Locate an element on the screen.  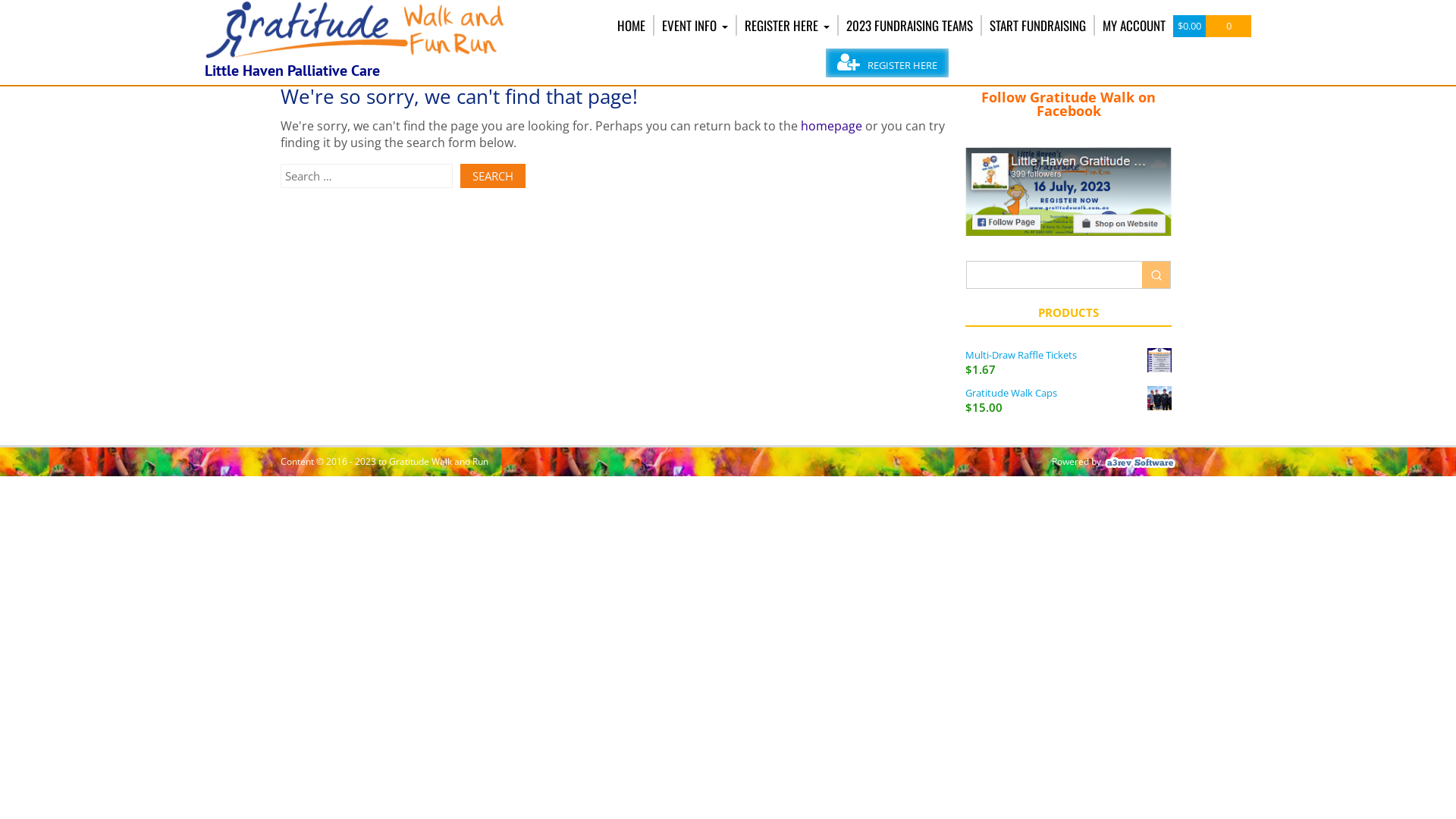
'Gratitude Walk and Run' is located at coordinates (356, 54).